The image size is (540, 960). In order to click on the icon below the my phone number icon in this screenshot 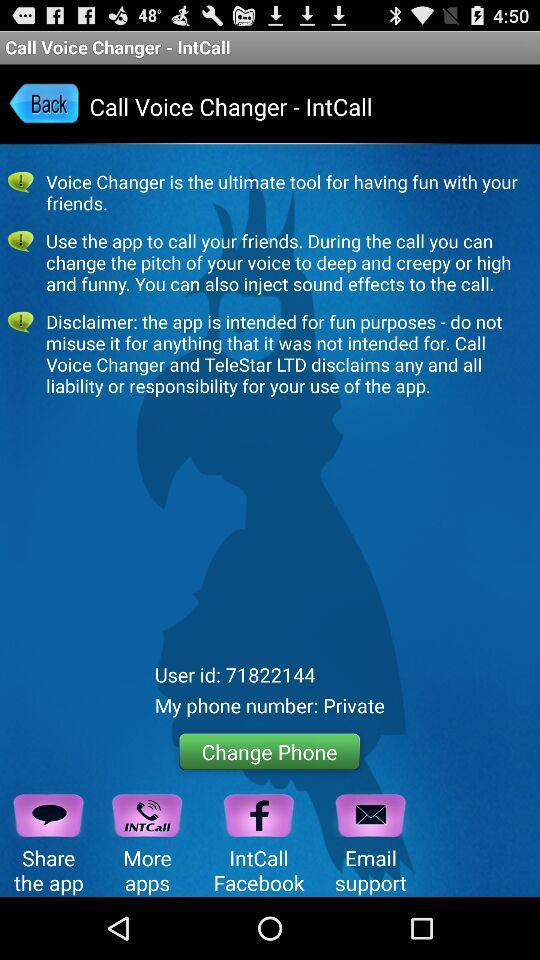, I will do `click(269, 750)`.